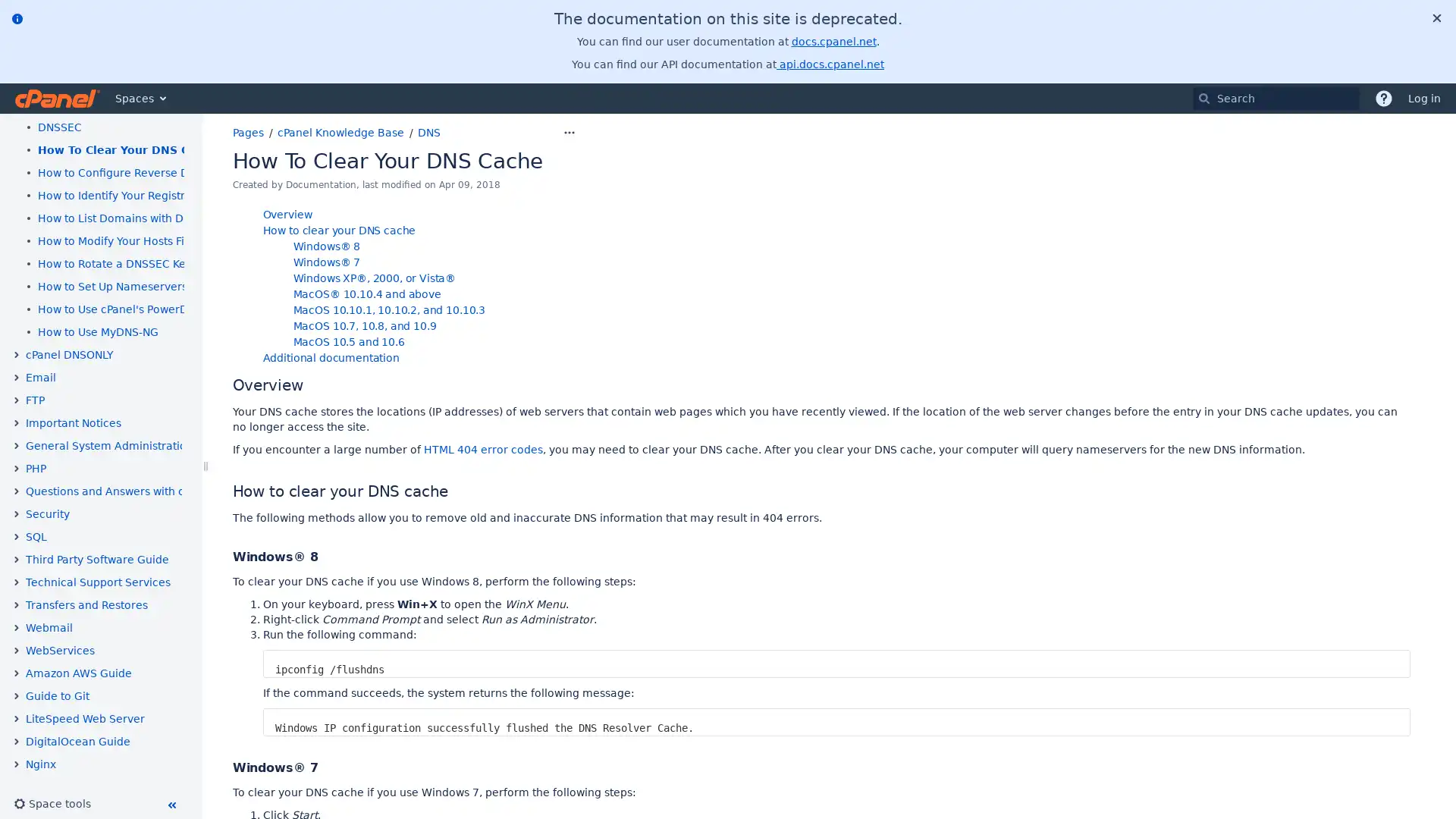  Describe the element at coordinates (1436, 18) in the screenshot. I see `Close` at that location.